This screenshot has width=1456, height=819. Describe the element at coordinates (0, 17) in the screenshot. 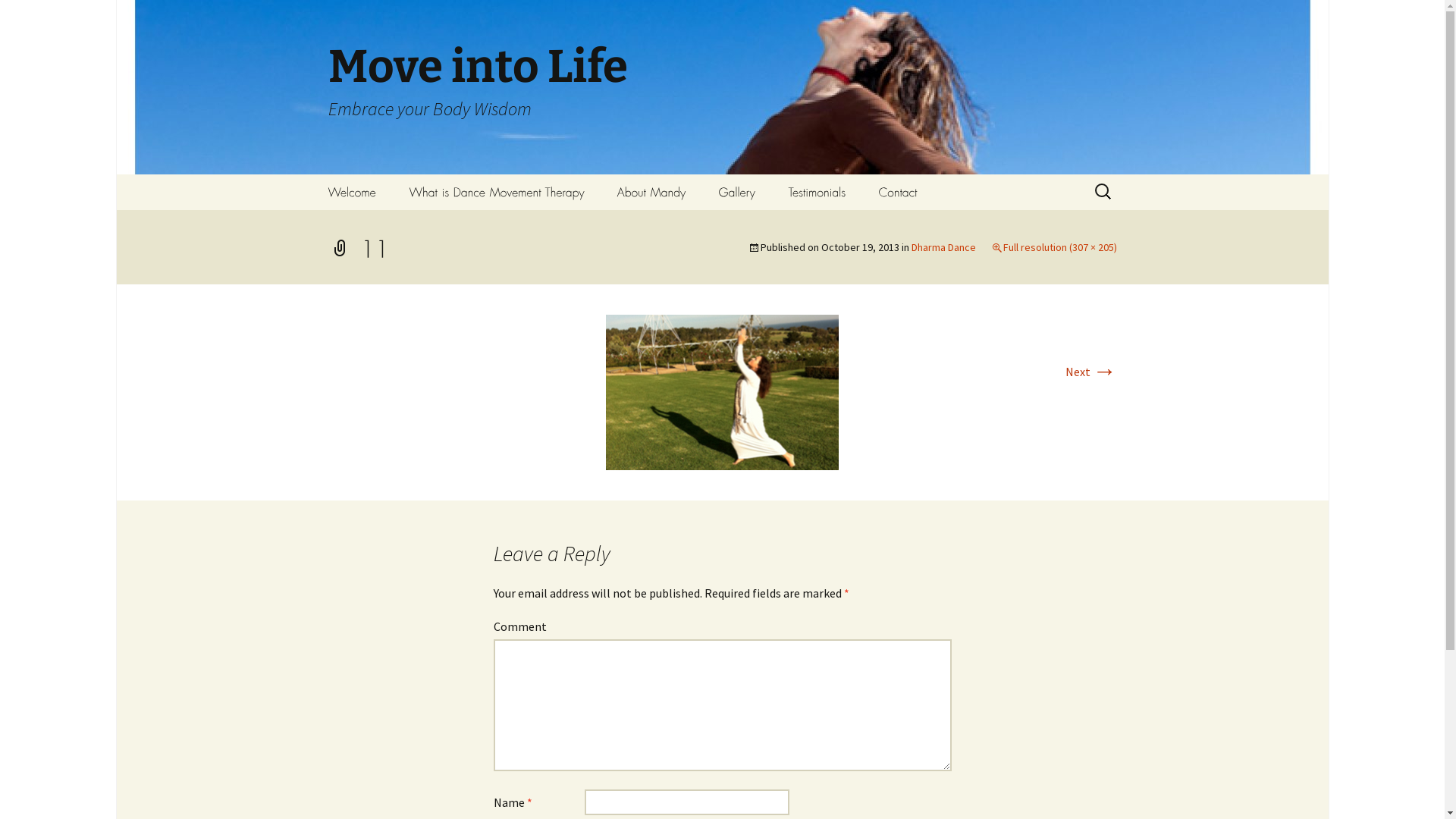

I see `'Search'` at that location.